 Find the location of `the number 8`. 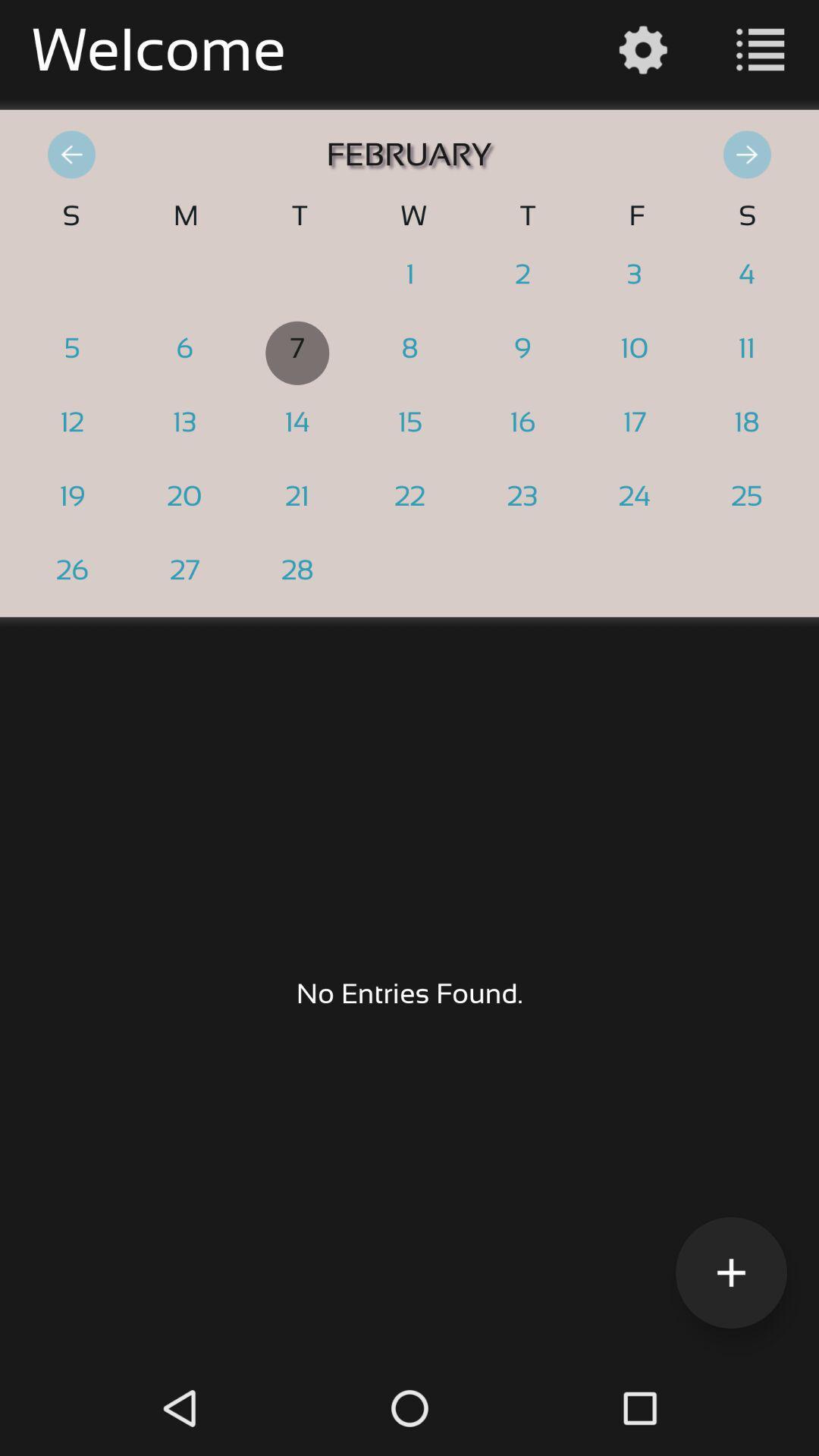

the number 8 is located at coordinates (409, 352).